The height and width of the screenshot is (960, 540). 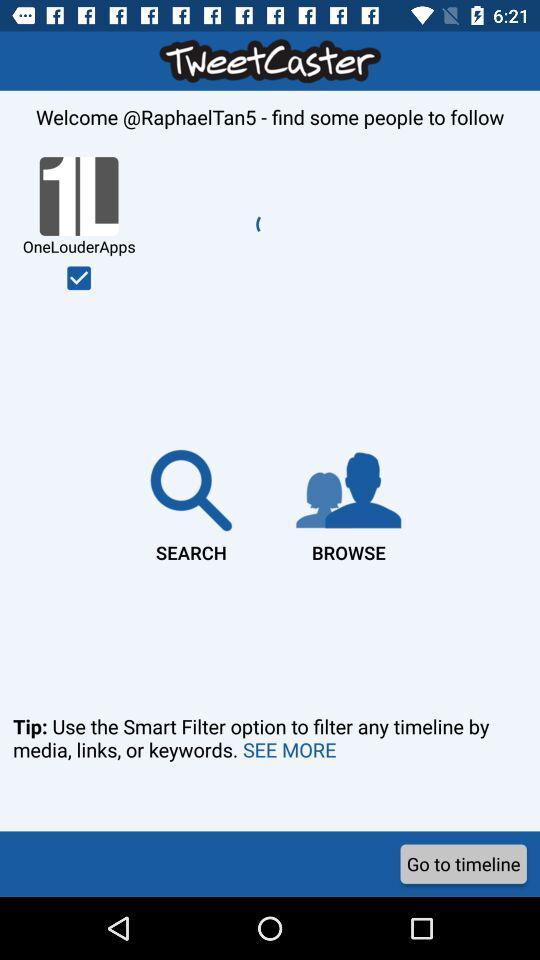 I want to click on the item to the left of the browse, so click(x=191, y=501).